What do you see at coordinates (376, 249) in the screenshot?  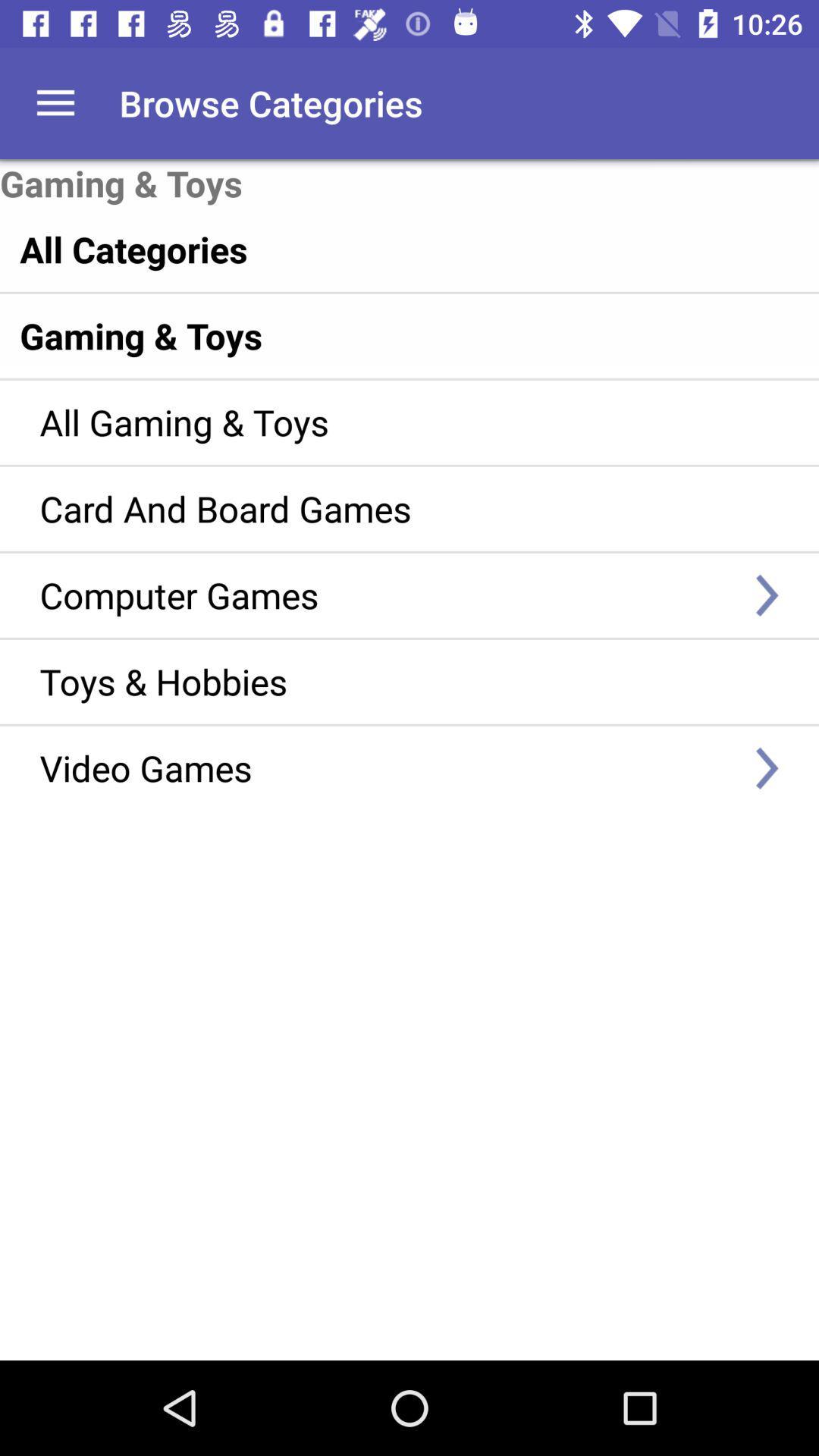 I see `all categories` at bounding box center [376, 249].